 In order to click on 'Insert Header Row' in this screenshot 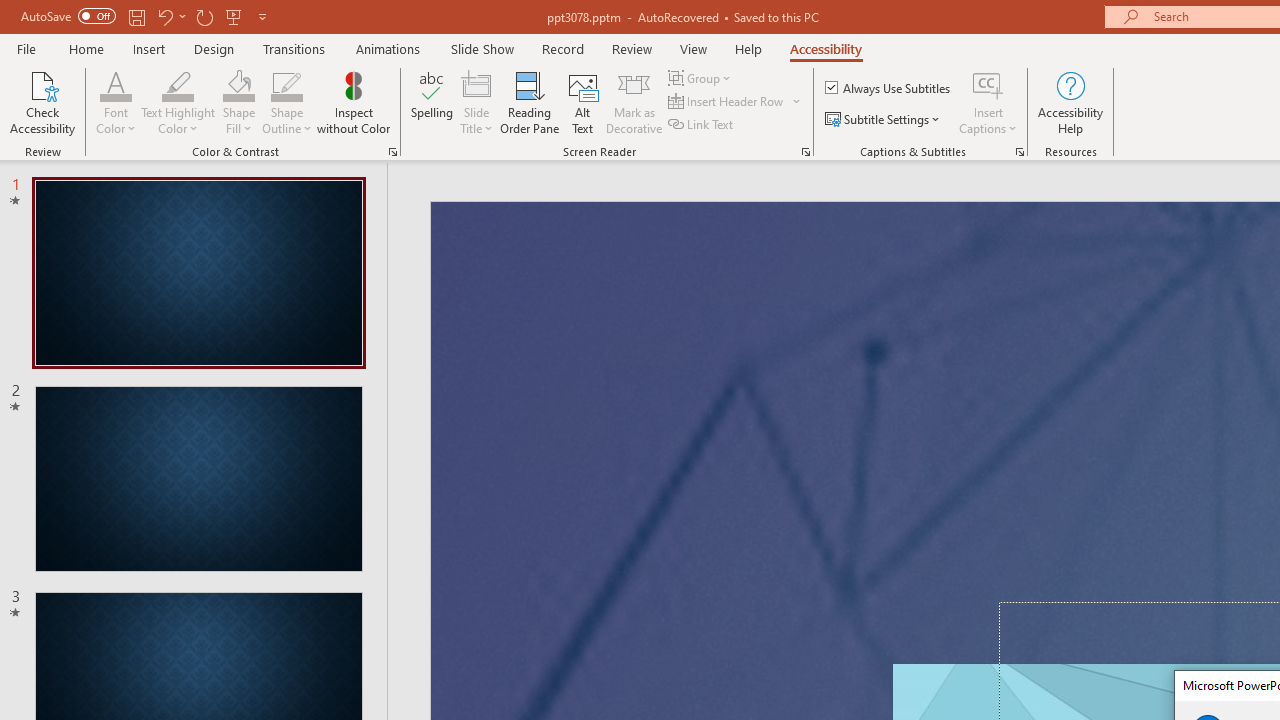, I will do `click(735, 101)`.